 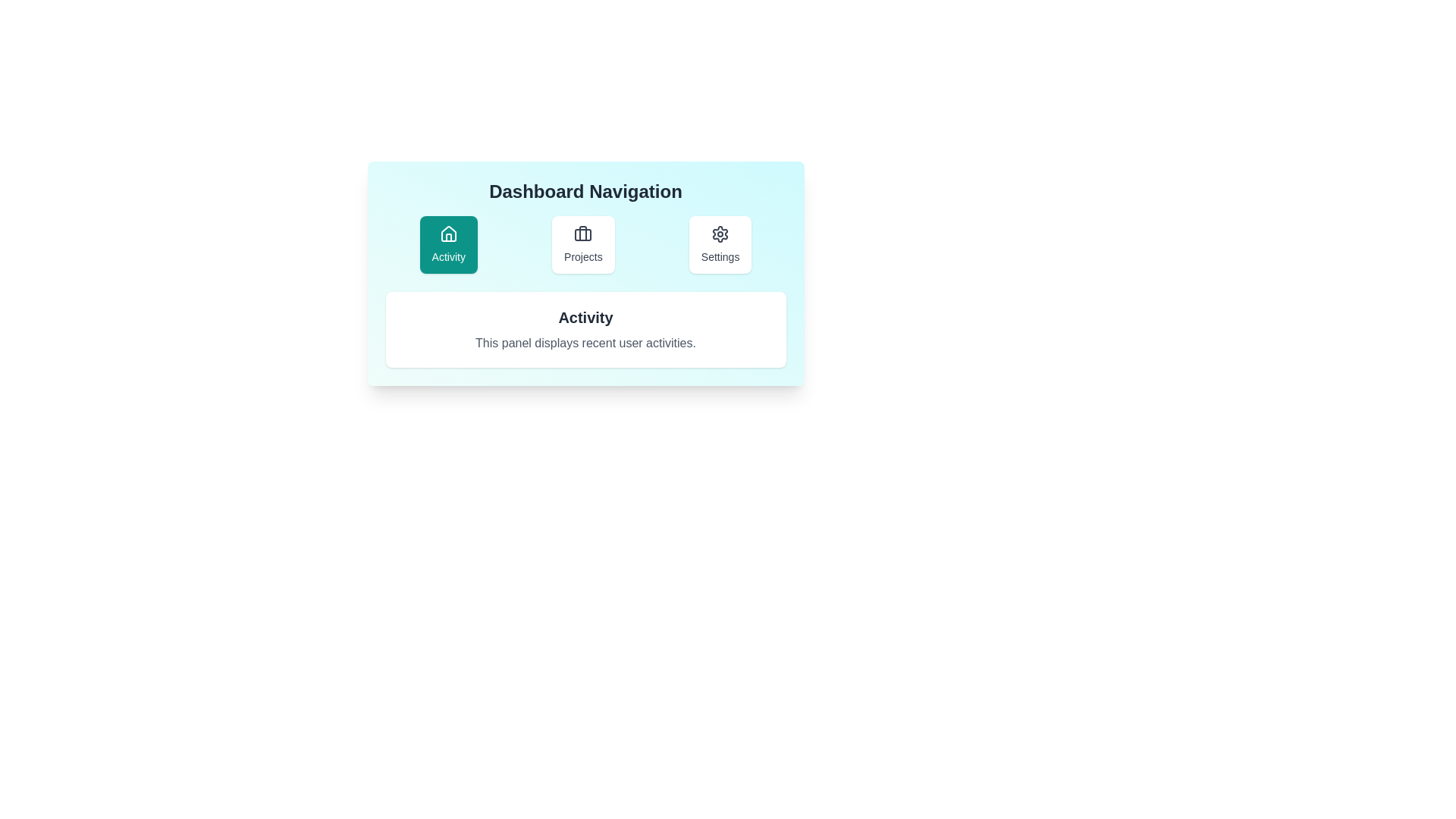 What do you see at coordinates (720, 234) in the screenshot?
I see `the cogwheel-shaped icon representing settings, located at the top-right corner of the options on the navigation card` at bounding box center [720, 234].